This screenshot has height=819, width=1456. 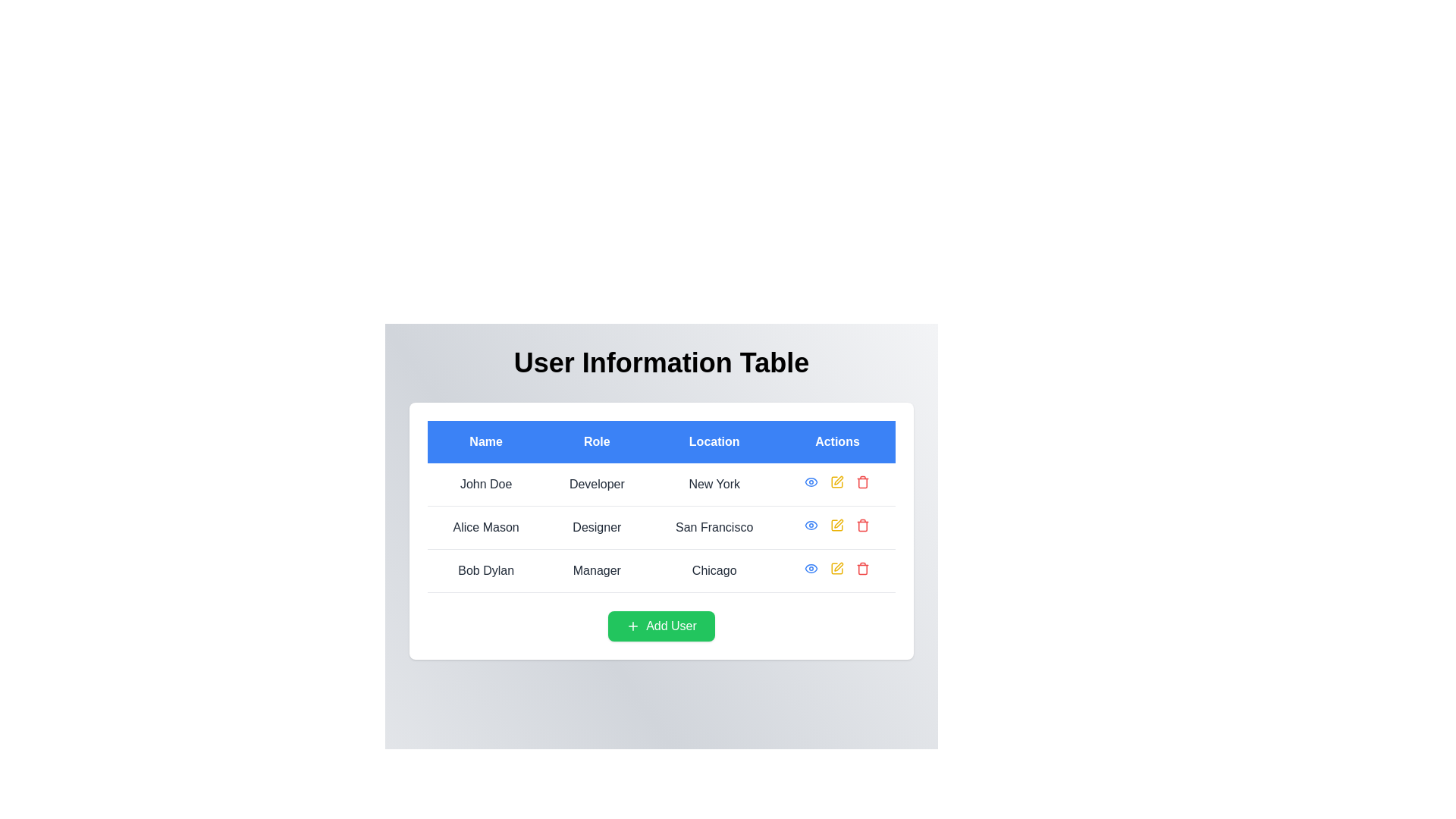 I want to click on the second row of the user data table that contains details about a user, located between 'John Doe' and 'Bob Dylan', so click(x=661, y=527).